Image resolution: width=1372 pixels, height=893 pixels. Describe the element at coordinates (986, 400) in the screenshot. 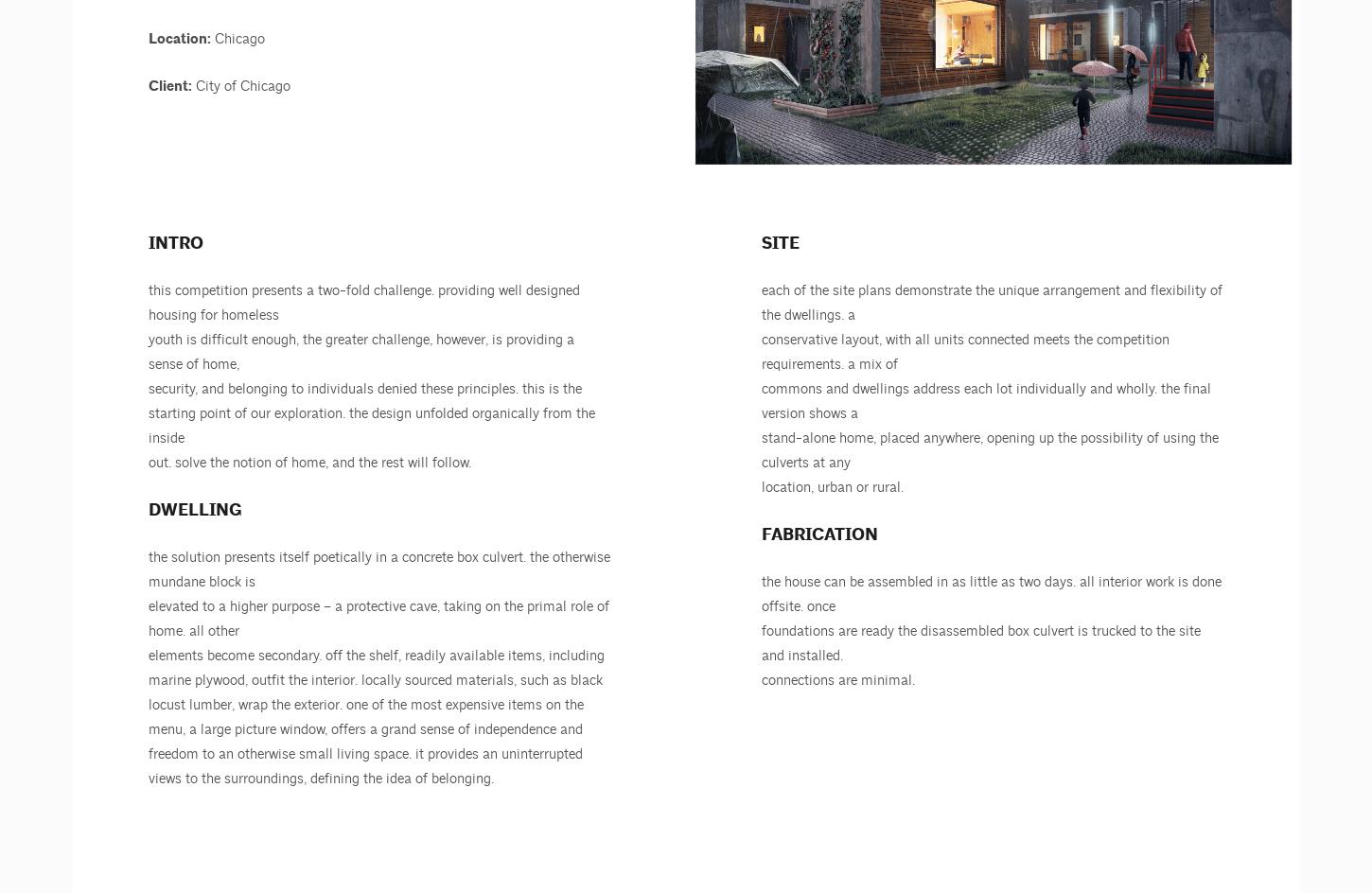

I see `'commons and dwellings address each lot individually and wholly. the final version shows a'` at that location.